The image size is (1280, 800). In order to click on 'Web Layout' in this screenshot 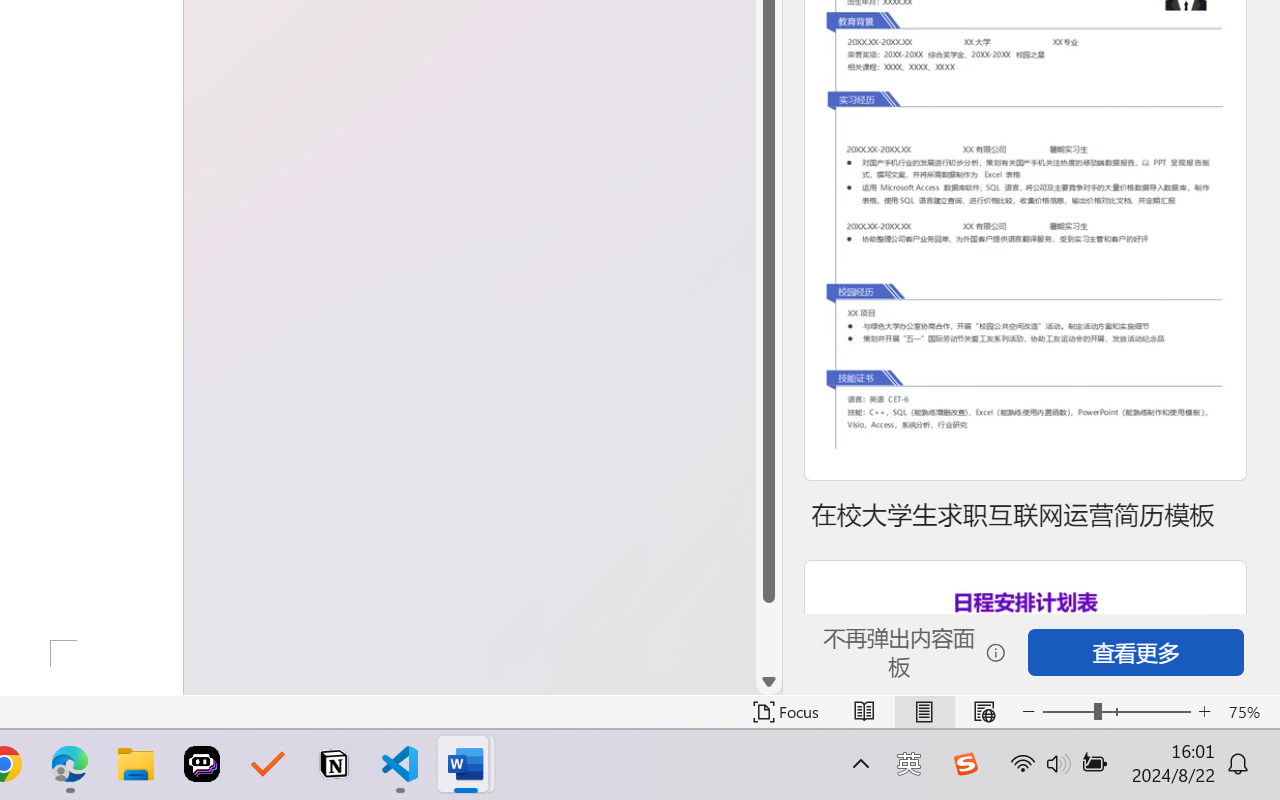, I will do `click(984, 711)`.